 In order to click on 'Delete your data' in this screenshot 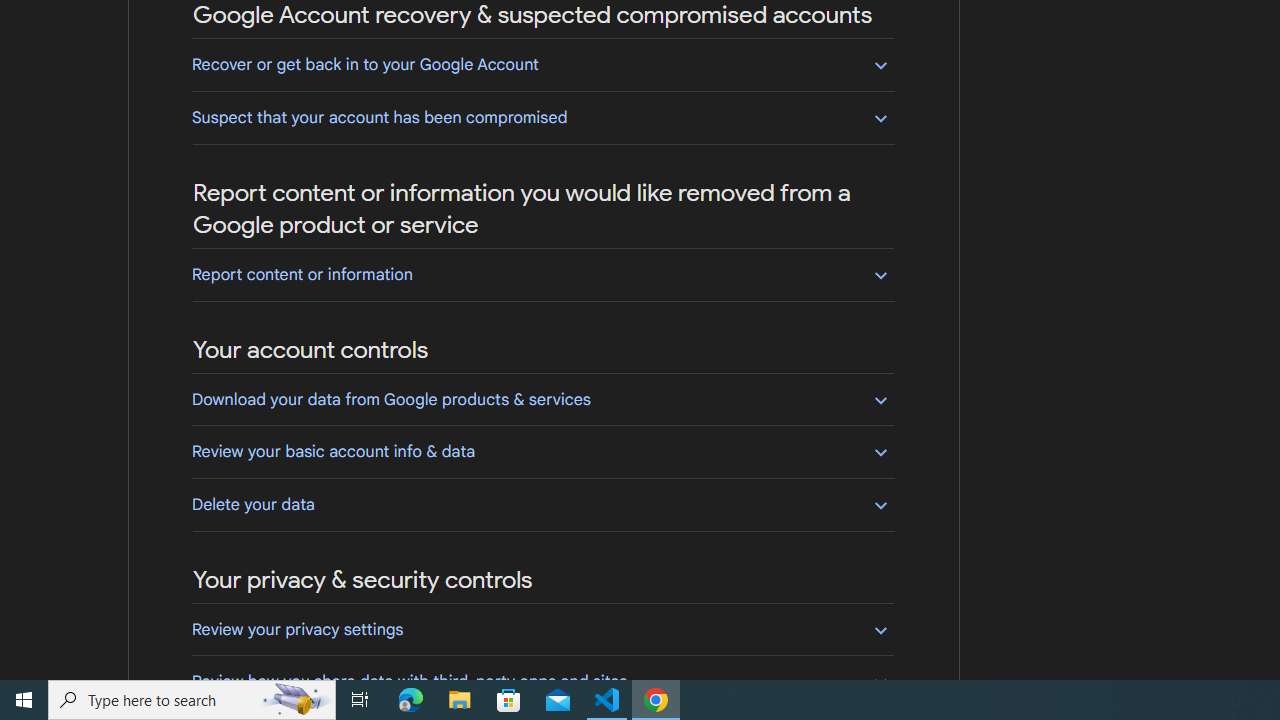, I will do `click(542, 503)`.